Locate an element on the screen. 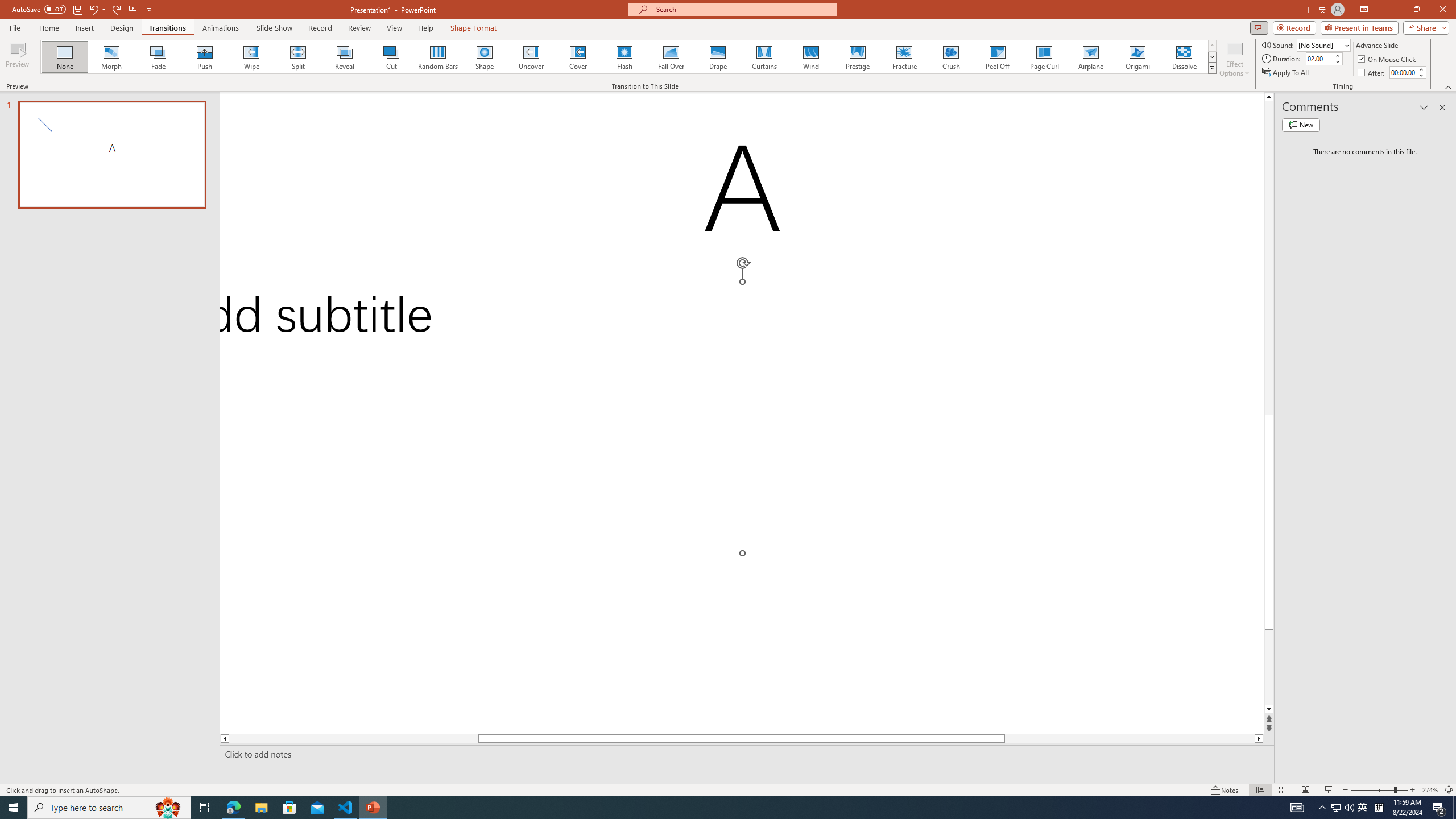 This screenshot has height=819, width=1456. 'Dissolve' is located at coordinates (1183, 56).